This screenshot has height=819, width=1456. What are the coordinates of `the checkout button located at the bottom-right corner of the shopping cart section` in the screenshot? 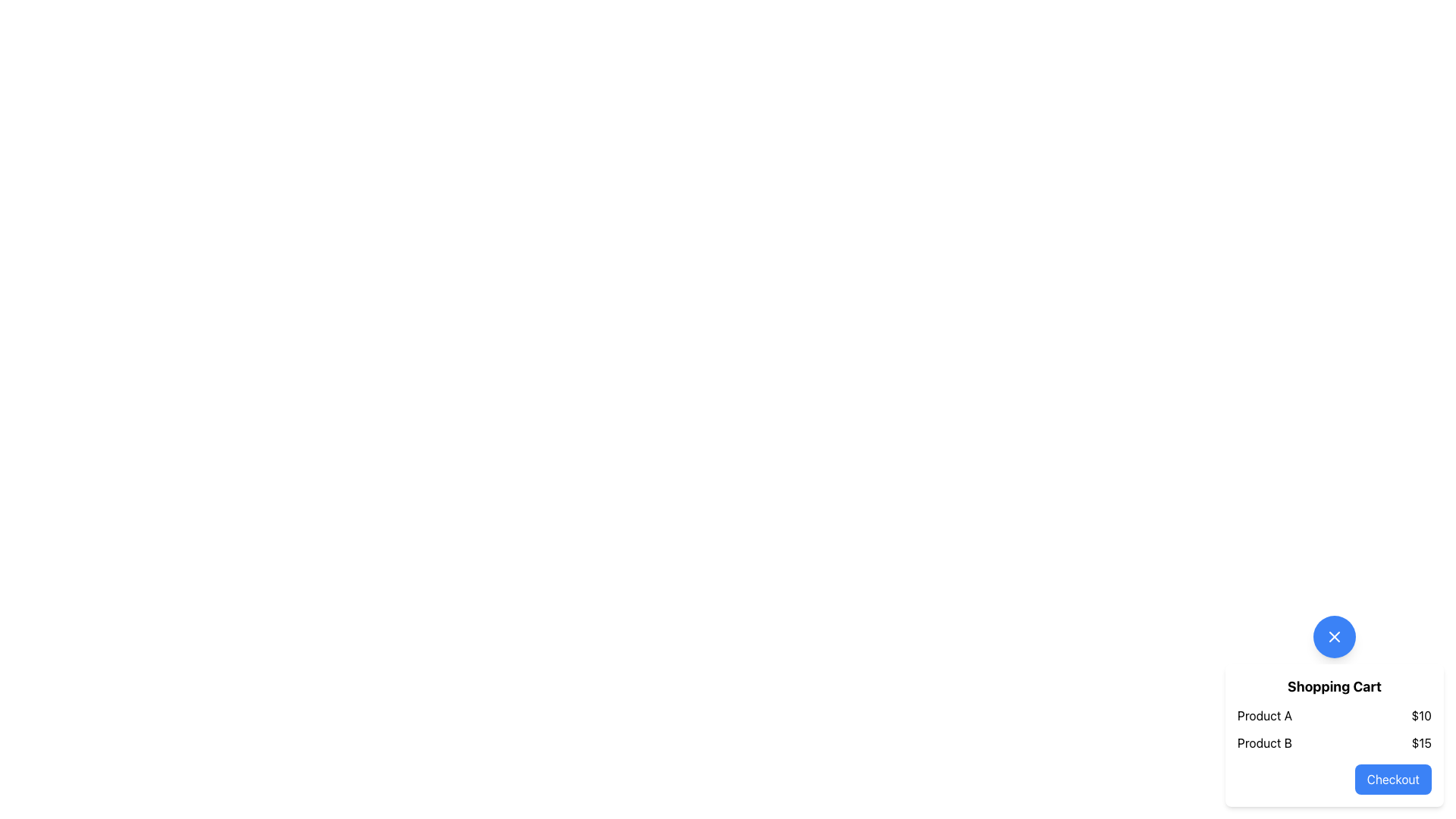 It's located at (1393, 780).